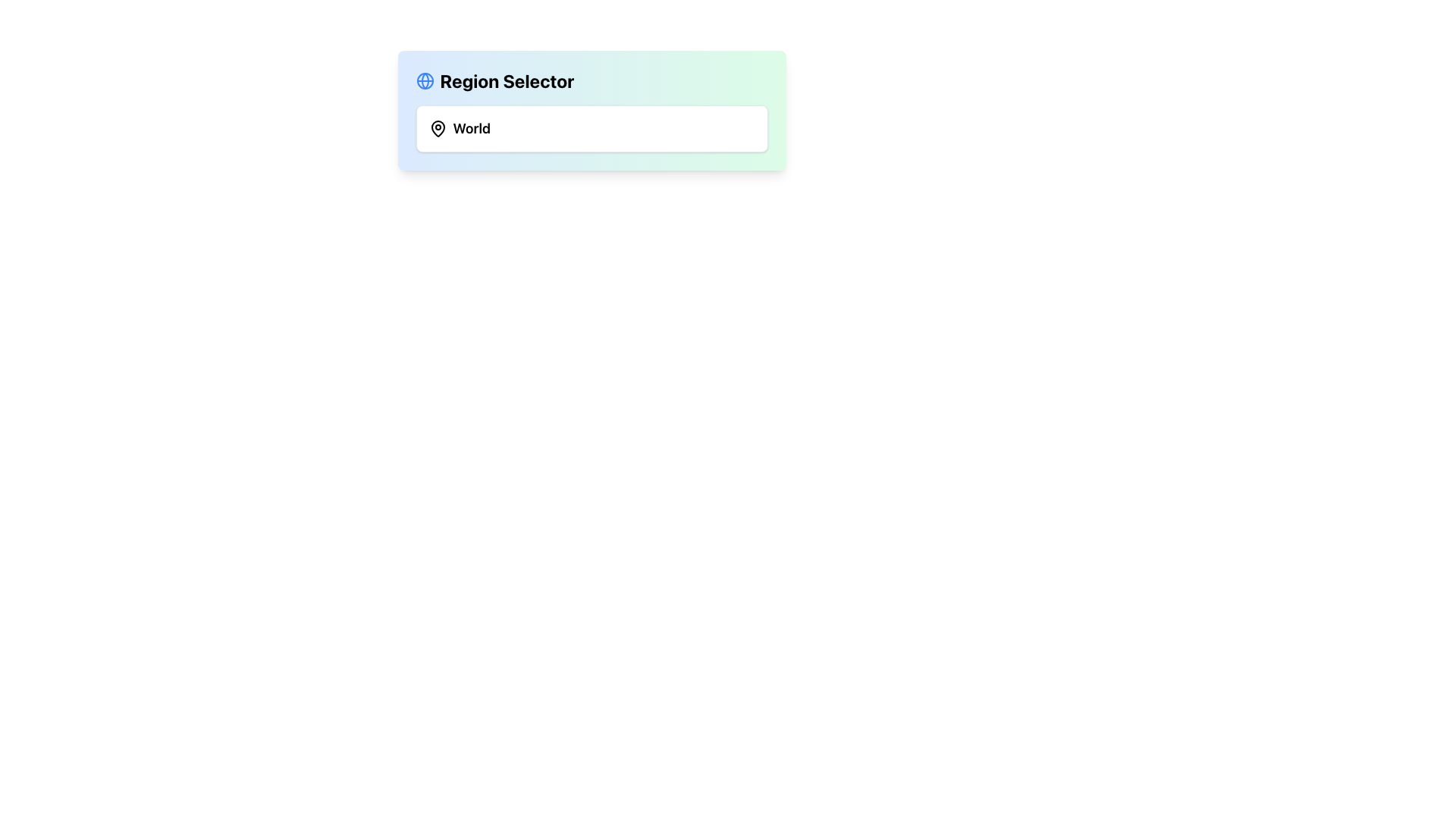  Describe the element at coordinates (425, 81) in the screenshot. I see `the blue circular SVG element that is part of the graphical globe icon, located to the left of the 'Region Selector' title text` at that location.